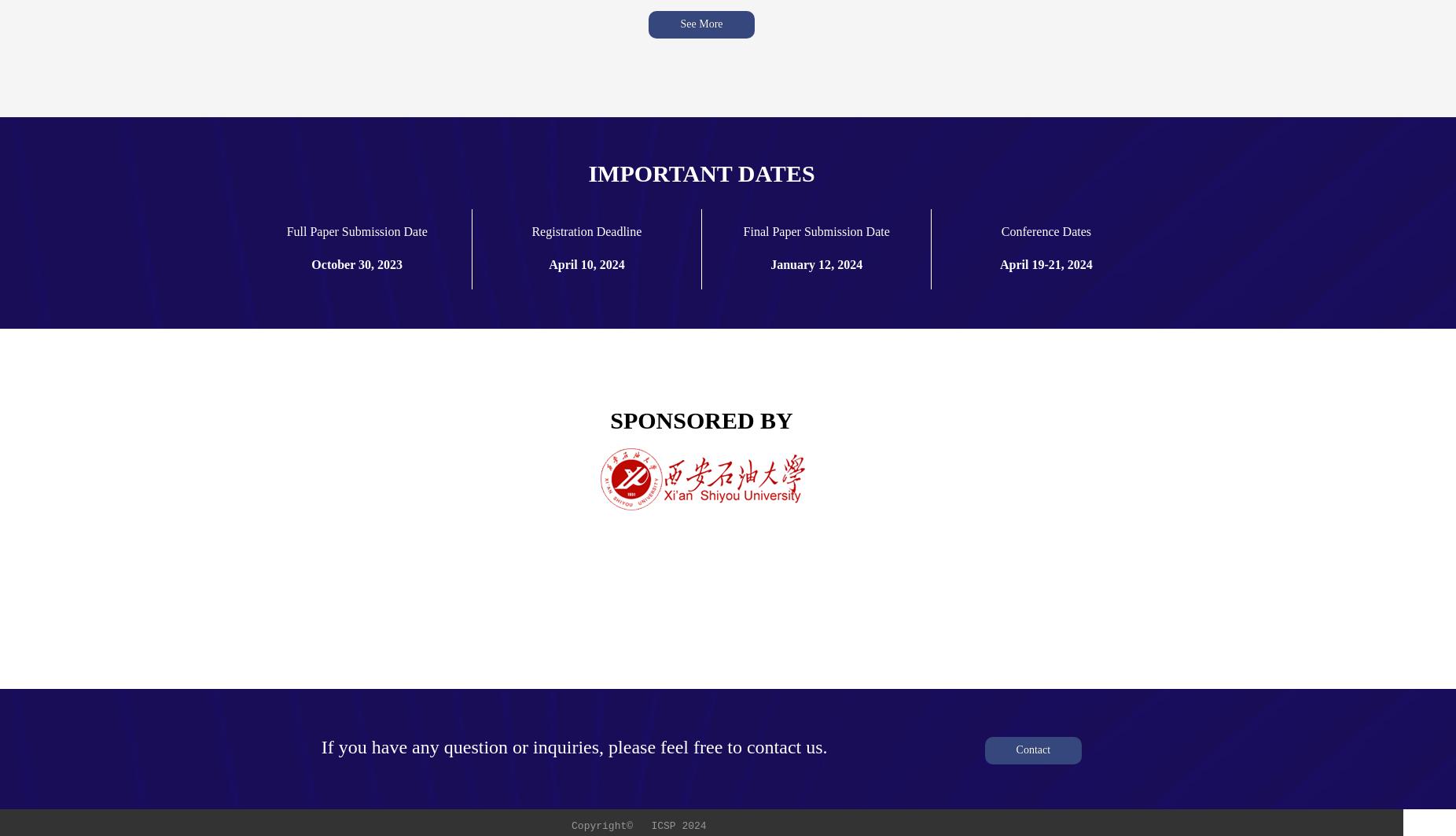 The height and width of the screenshot is (836, 1456). What do you see at coordinates (356, 263) in the screenshot?
I see `'October 30, 2023'` at bounding box center [356, 263].